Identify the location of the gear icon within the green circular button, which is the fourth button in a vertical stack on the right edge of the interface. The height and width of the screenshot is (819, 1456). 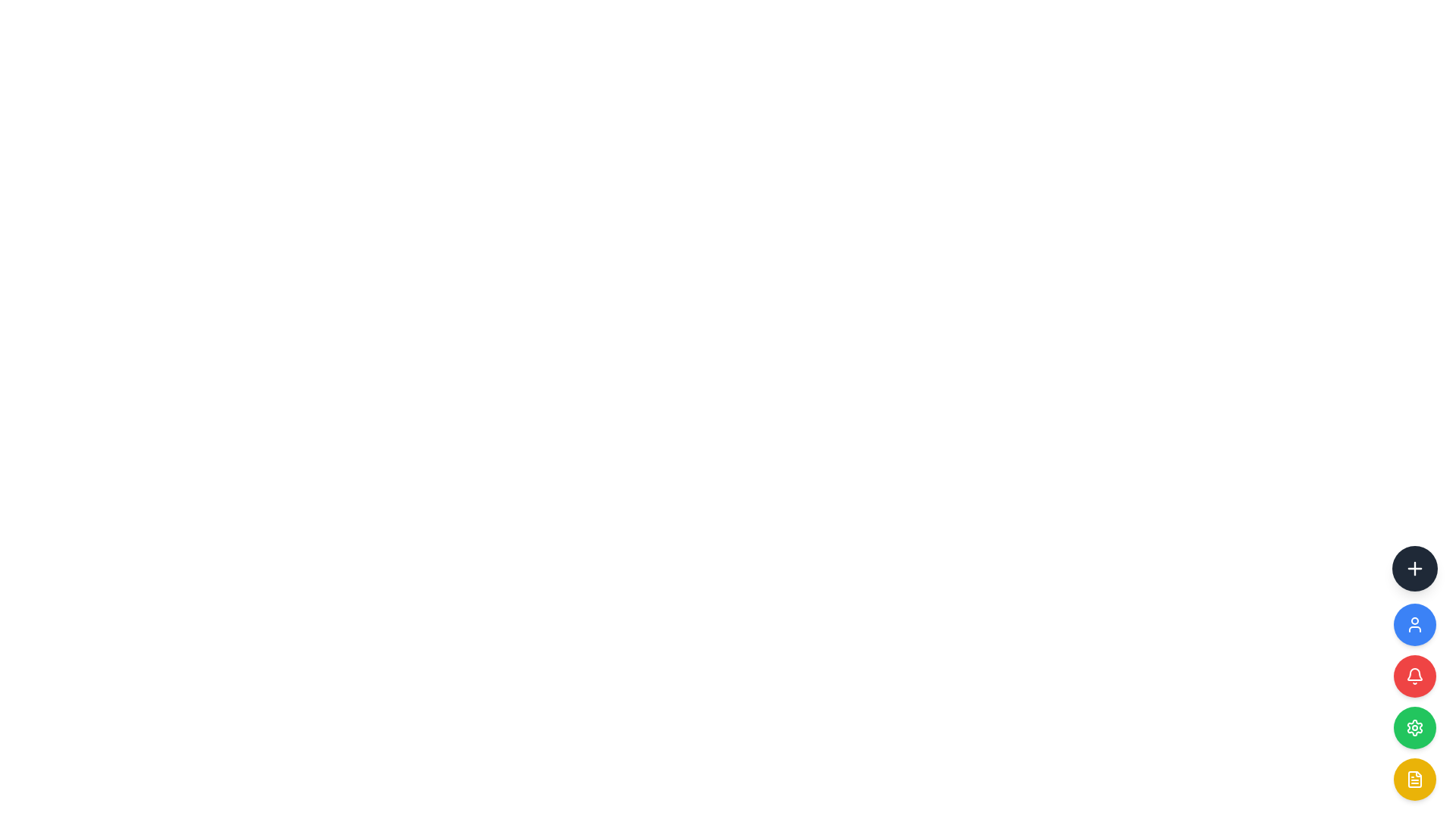
(1414, 727).